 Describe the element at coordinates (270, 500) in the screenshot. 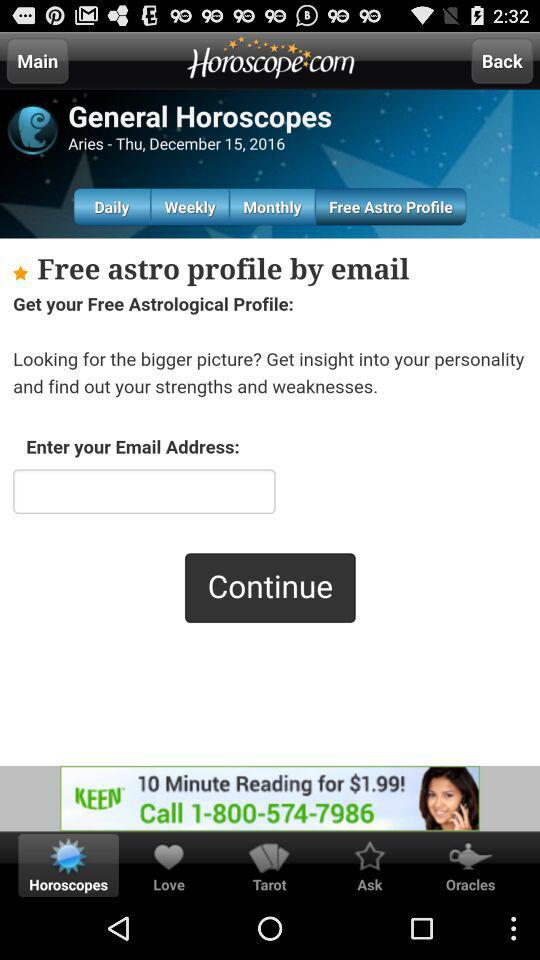

I see `contact page` at that location.